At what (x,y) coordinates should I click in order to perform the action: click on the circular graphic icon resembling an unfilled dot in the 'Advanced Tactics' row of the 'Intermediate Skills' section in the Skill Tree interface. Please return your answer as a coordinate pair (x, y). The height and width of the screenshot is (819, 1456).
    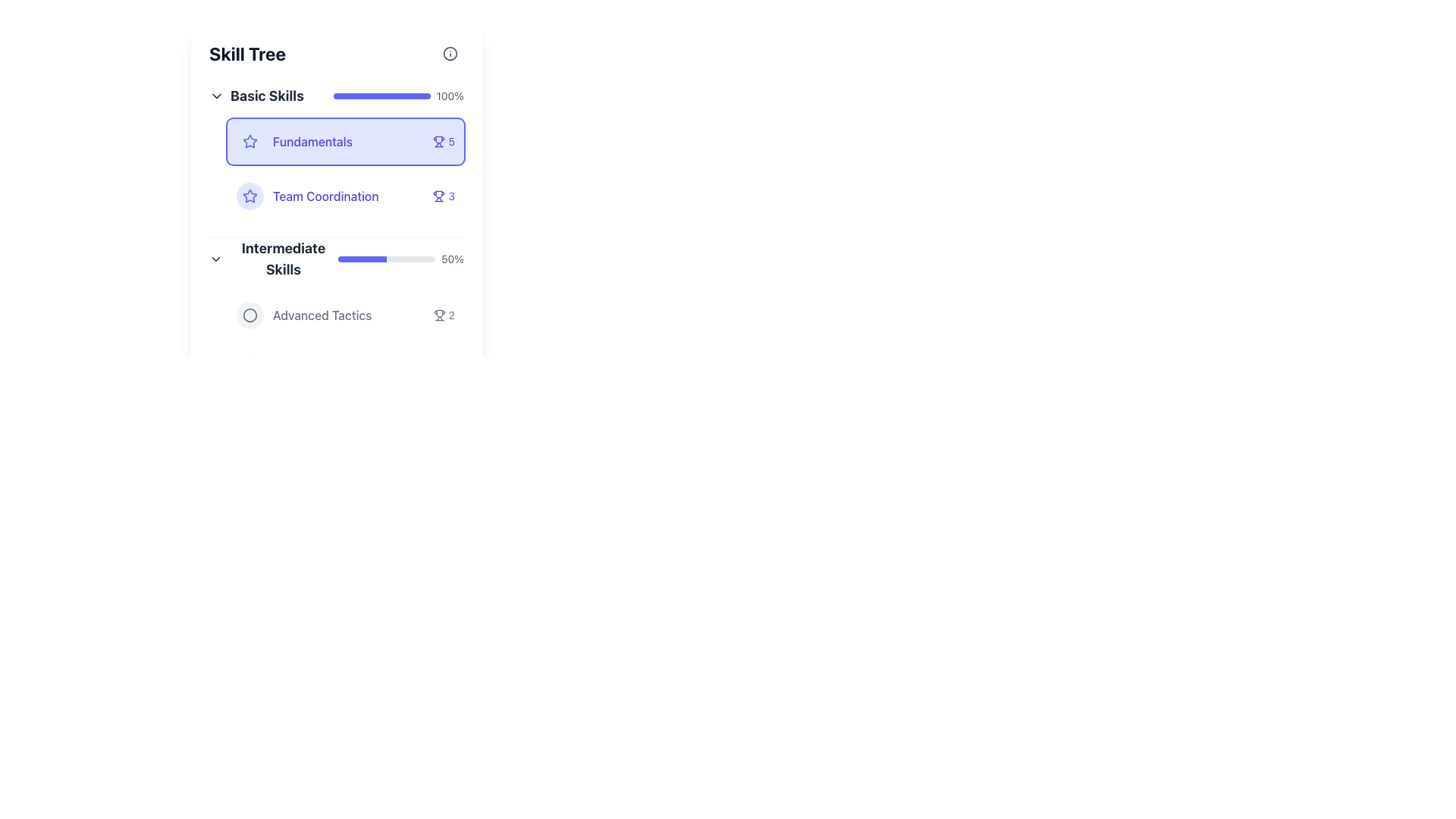
    Looking at the image, I should click on (250, 315).